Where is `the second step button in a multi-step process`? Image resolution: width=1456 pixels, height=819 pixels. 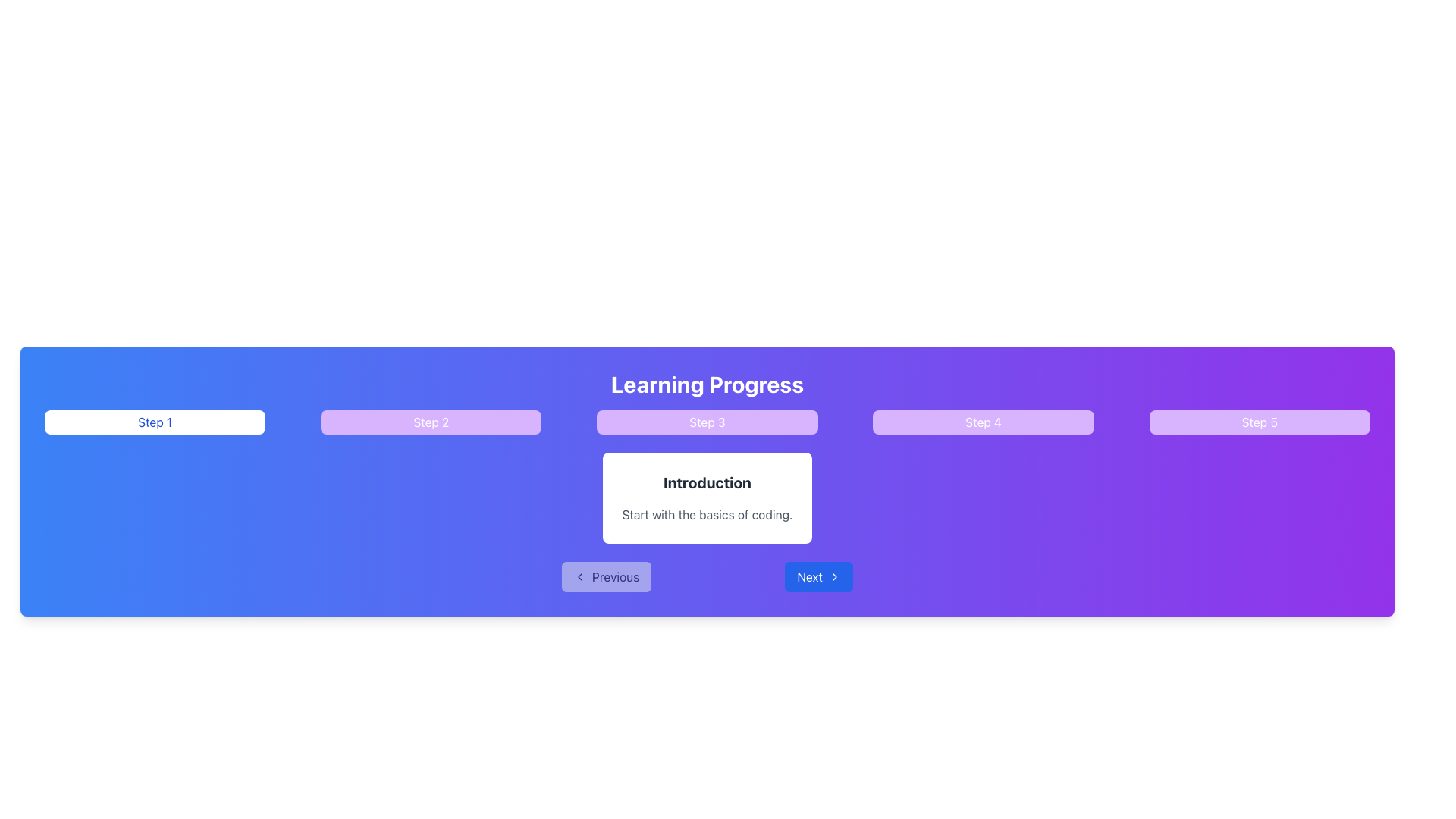
the second step button in a multi-step process is located at coordinates (430, 422).